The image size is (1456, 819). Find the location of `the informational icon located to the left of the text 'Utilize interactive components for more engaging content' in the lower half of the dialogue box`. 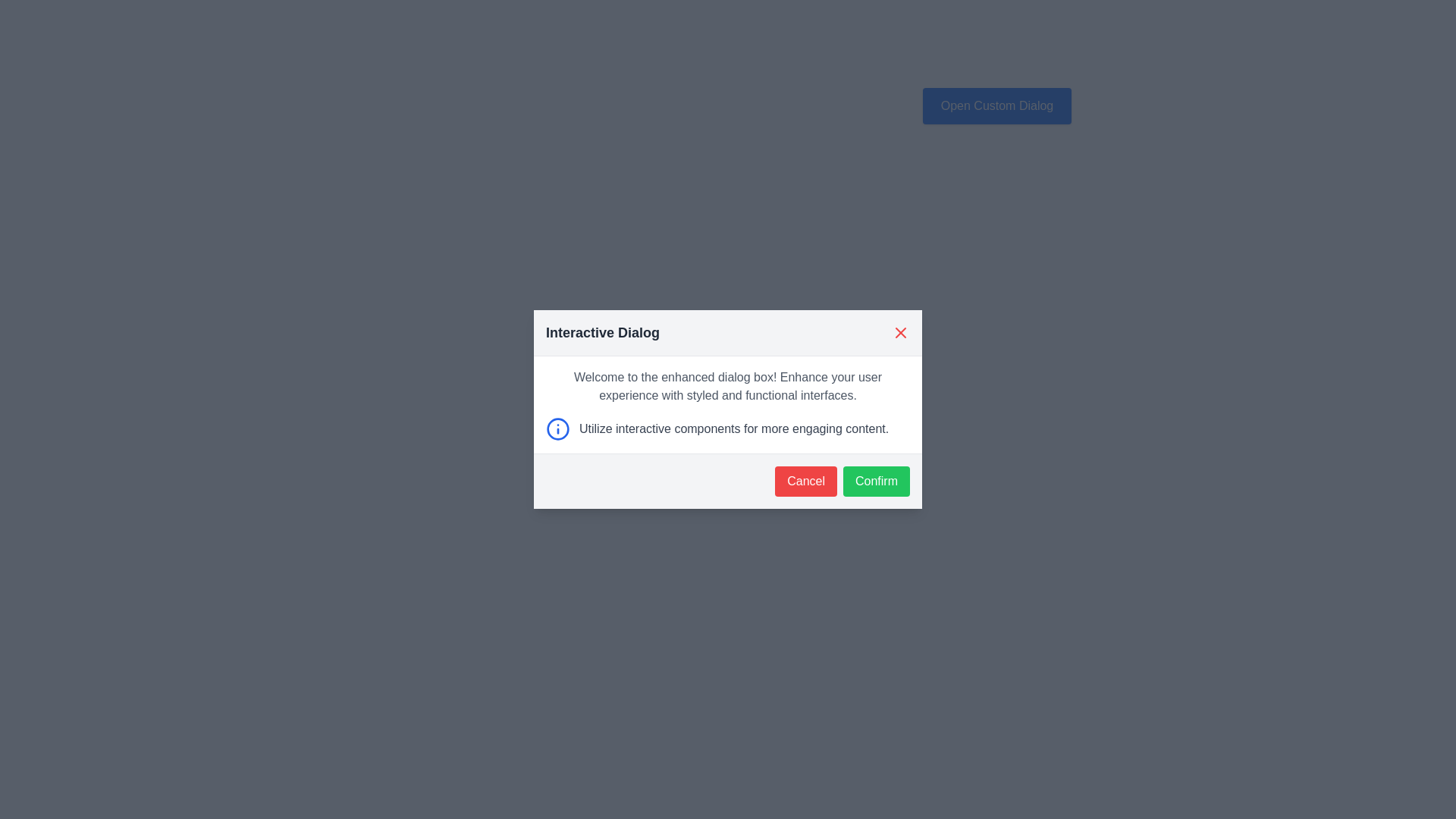

the informational icon located to the left of the text 'Utilize interactive components for more engaging content' in the lower half of the dialogue box is located at coordinates (557, 429).